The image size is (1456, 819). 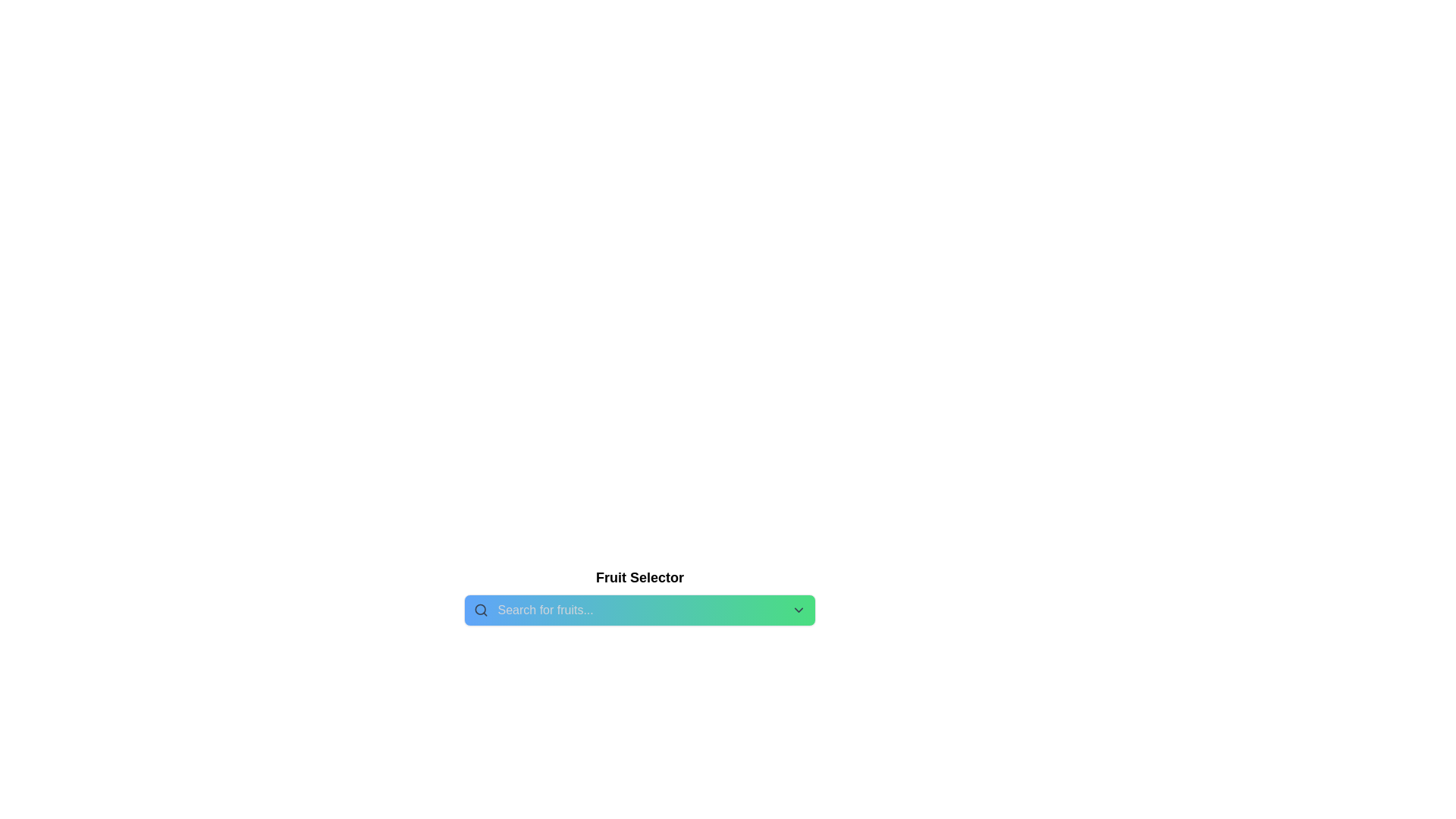 What do you see at coordinates (479, 609) in the screenshot?
I see `the magnifying glass icon's lens portion on the left side of the search bar` at bounding box center [479, 609].